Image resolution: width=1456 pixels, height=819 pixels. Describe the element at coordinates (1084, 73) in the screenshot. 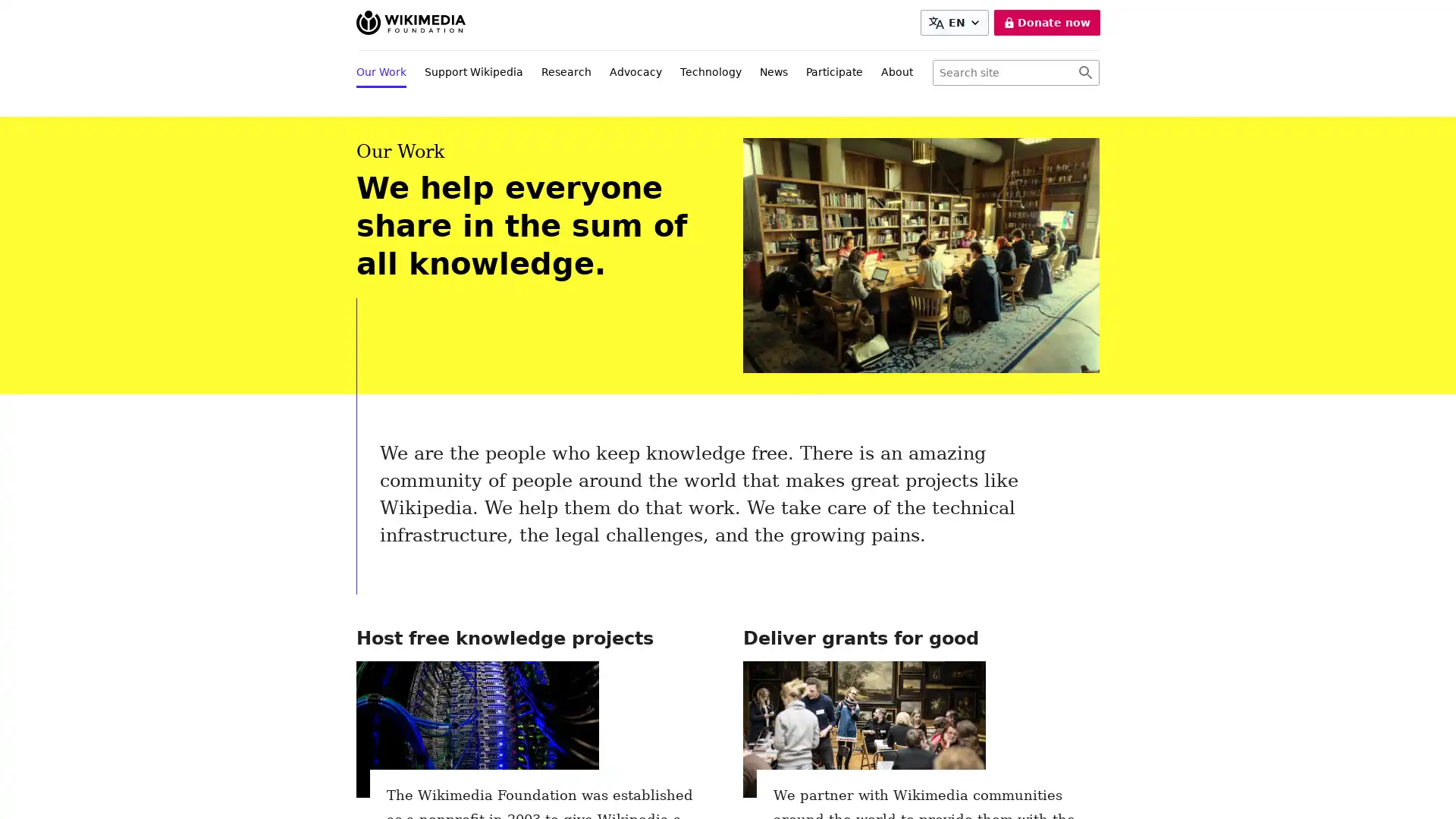

I see `Search` at that location.